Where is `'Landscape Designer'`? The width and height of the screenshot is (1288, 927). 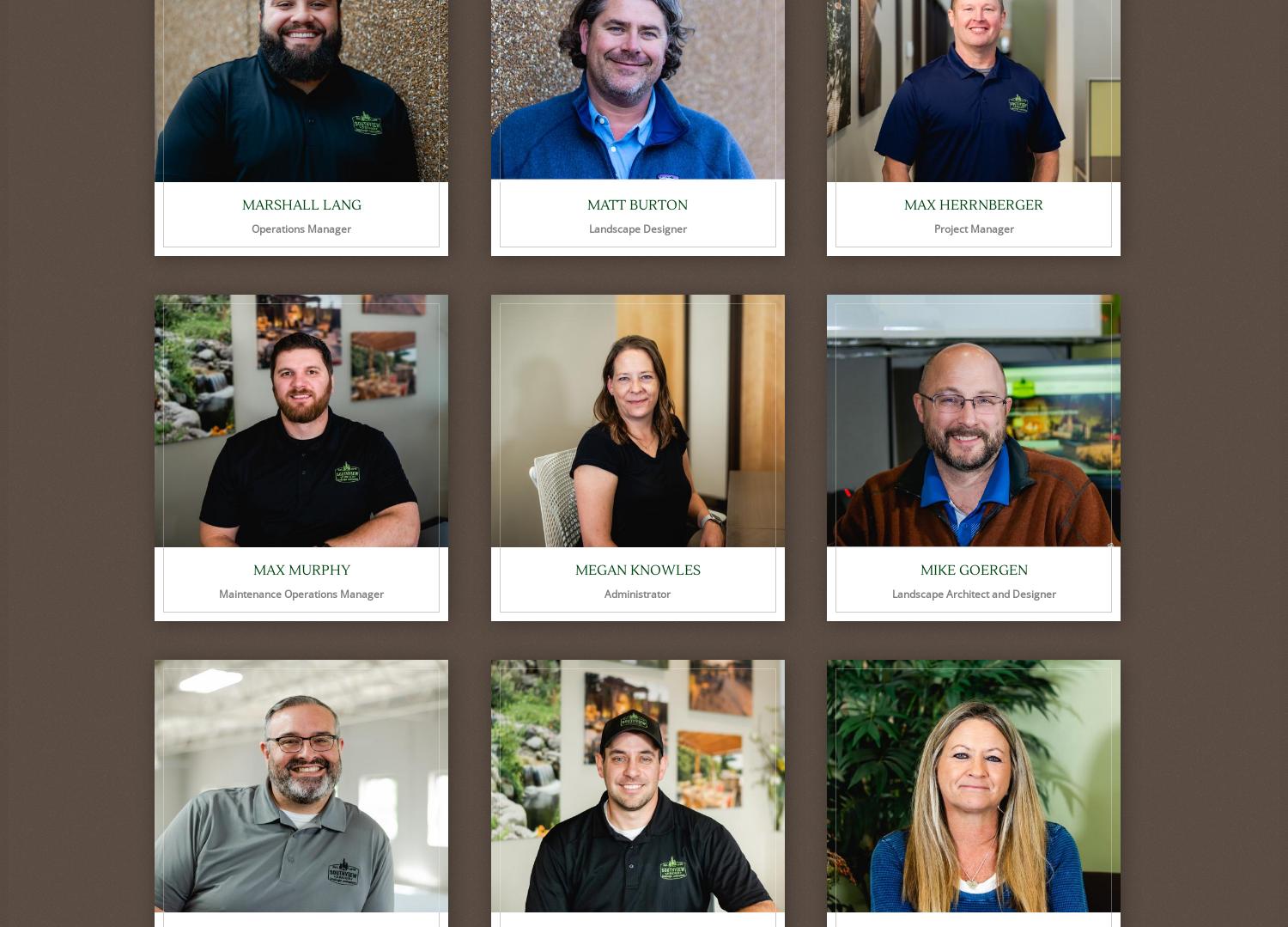
'Landscape Designer' is located at coordinates (588, 229).